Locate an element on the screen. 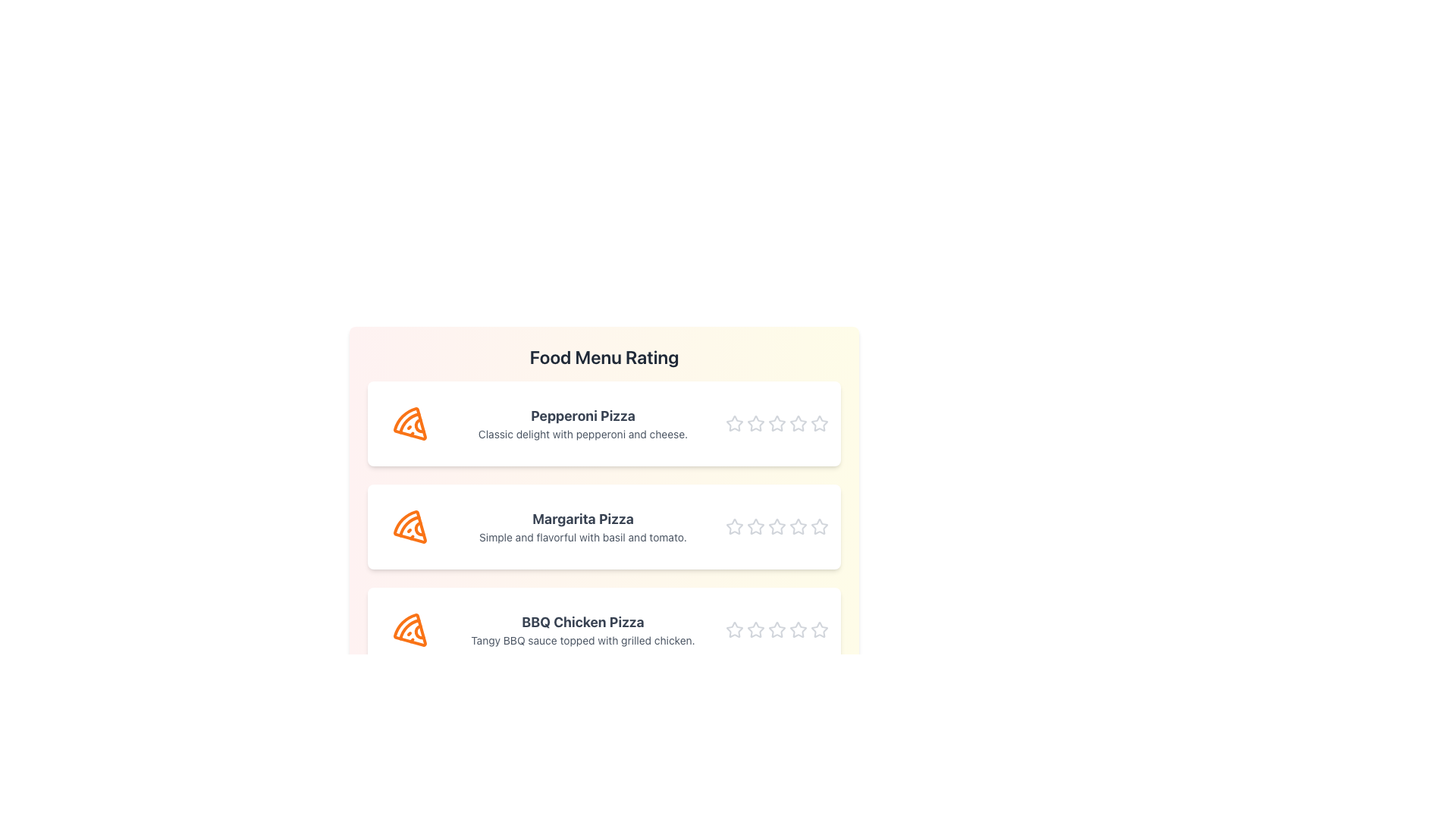 The height and width of the screenshot is (819, 1456). the second star icon in the rating section of the BBQ Chicken Pizza to observe its scaling effect is located at coordinates (756, 629).